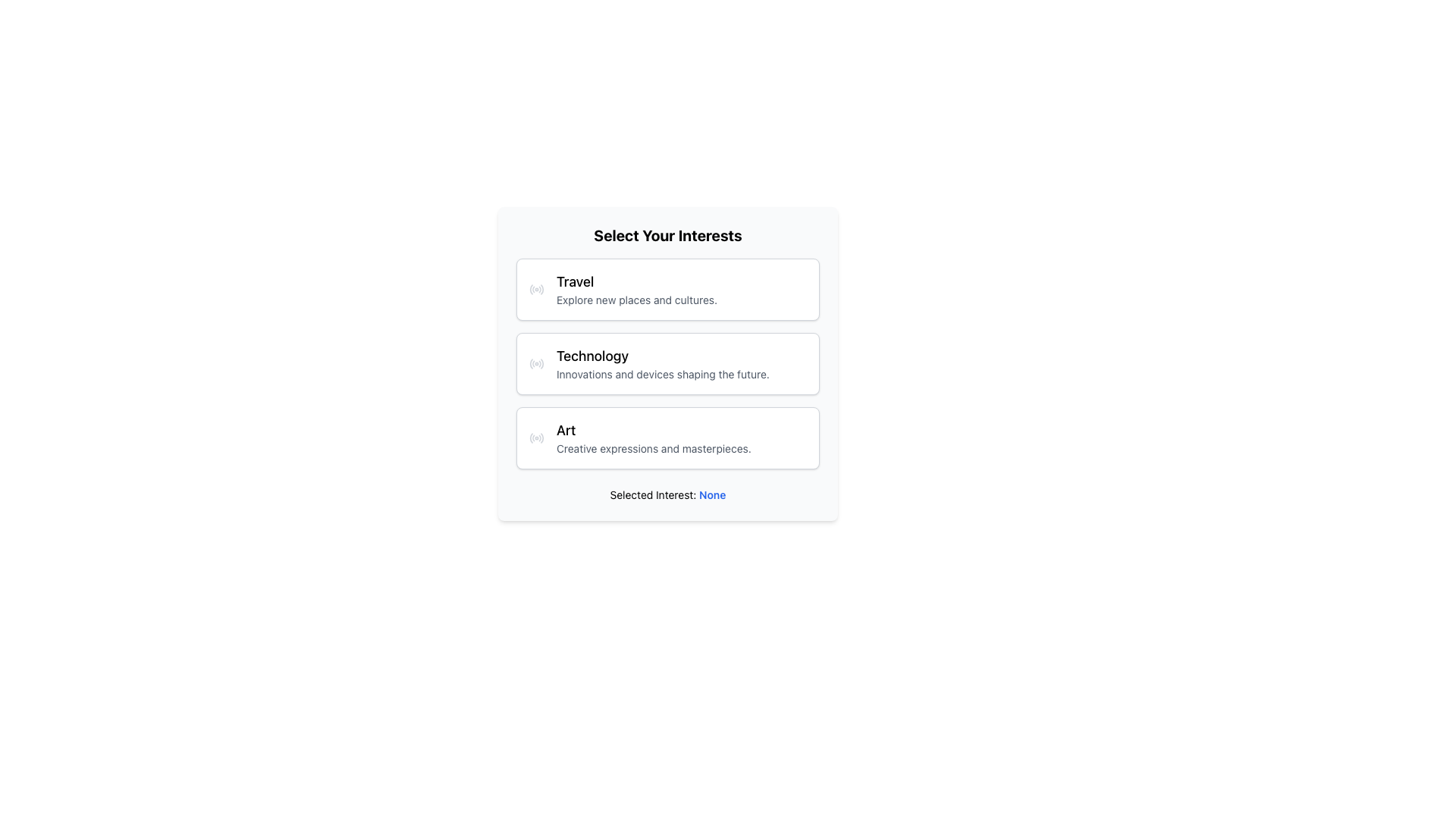  Describe the element at coordinates (663, 374) in the screenshot. I see `the text label displaying 'Innovations and devices shaping the future.' which is located beneath the 'Technology' label` at that location.